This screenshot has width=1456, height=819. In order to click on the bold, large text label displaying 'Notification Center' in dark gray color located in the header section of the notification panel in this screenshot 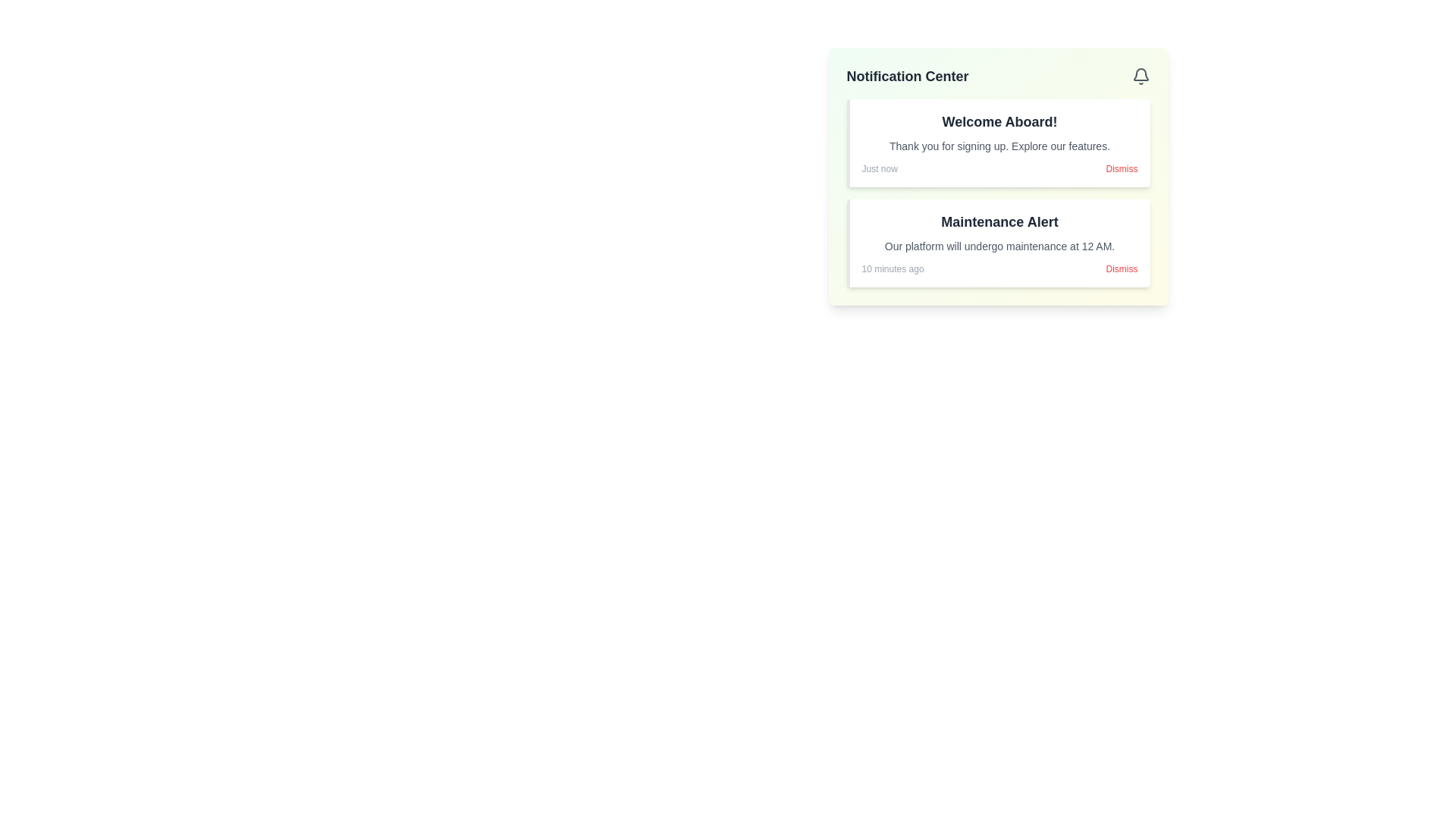, I will do `click(907, 76)`.